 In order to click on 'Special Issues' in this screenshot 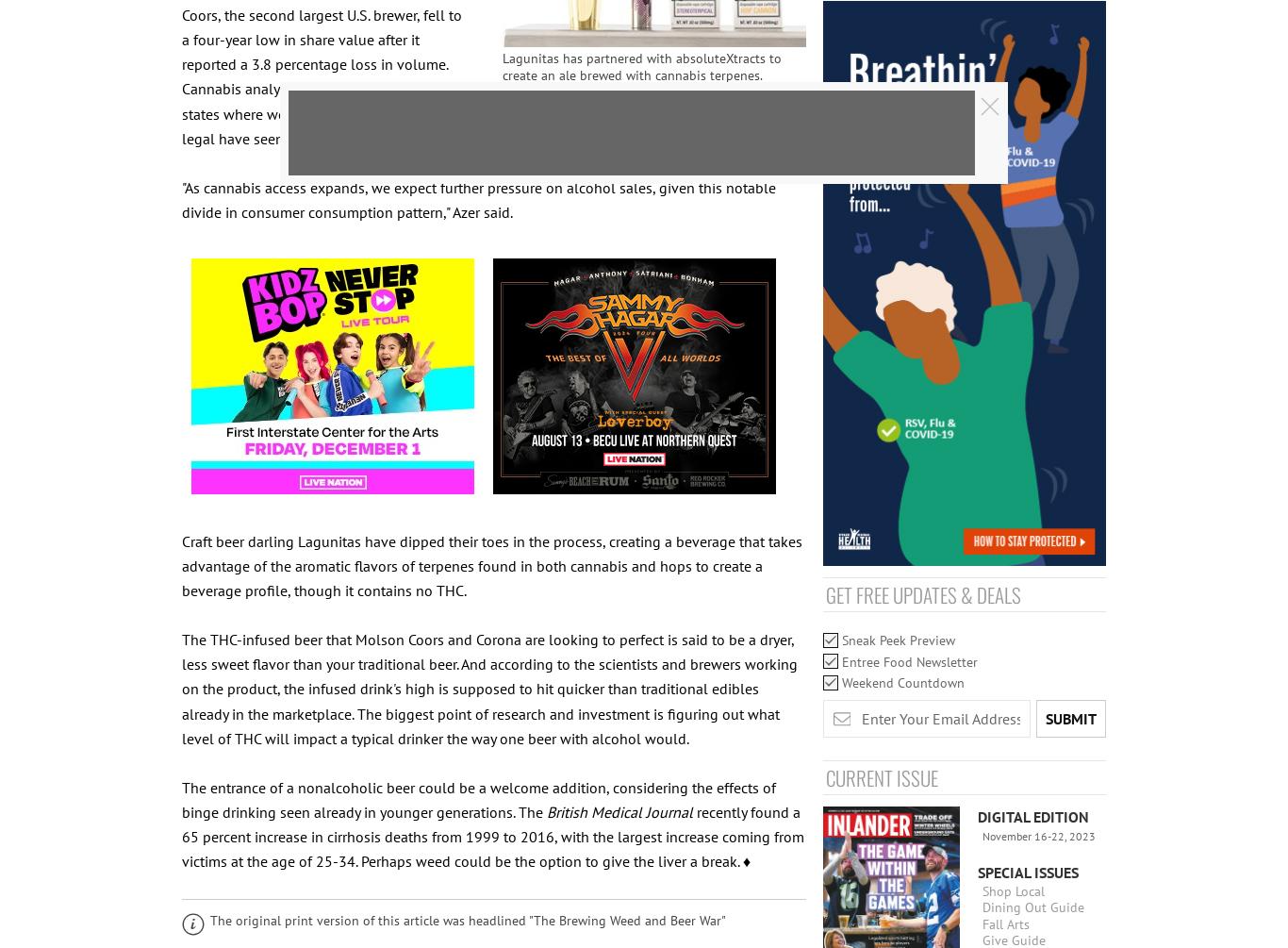, I will do `click(1027, 872)`.